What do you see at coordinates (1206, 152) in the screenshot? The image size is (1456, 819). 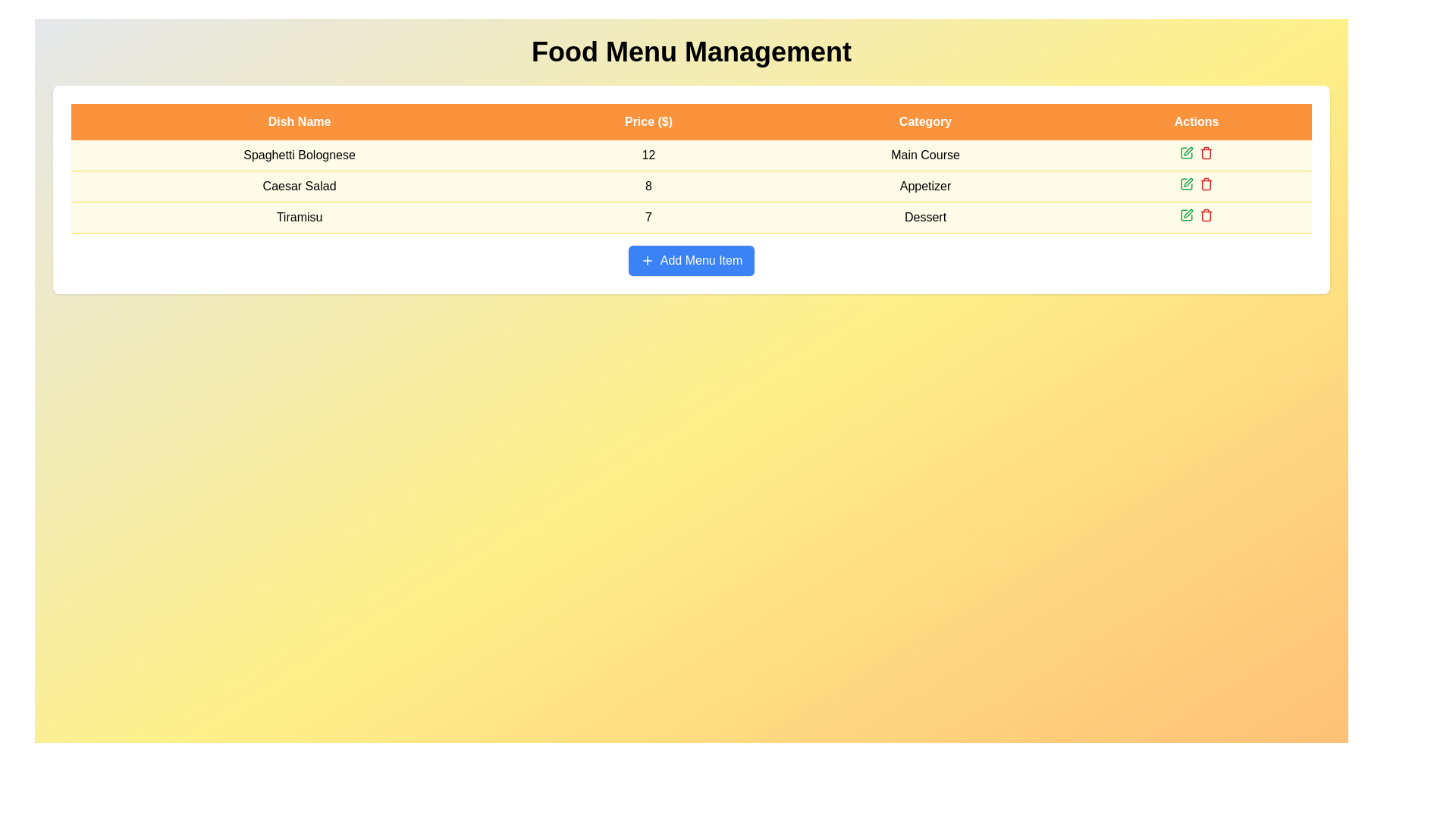 I see `the red trash can icon in the Actions column of the table corresponding to the Spaghetti Bolognese dish` at bounding box center [1206, 152].